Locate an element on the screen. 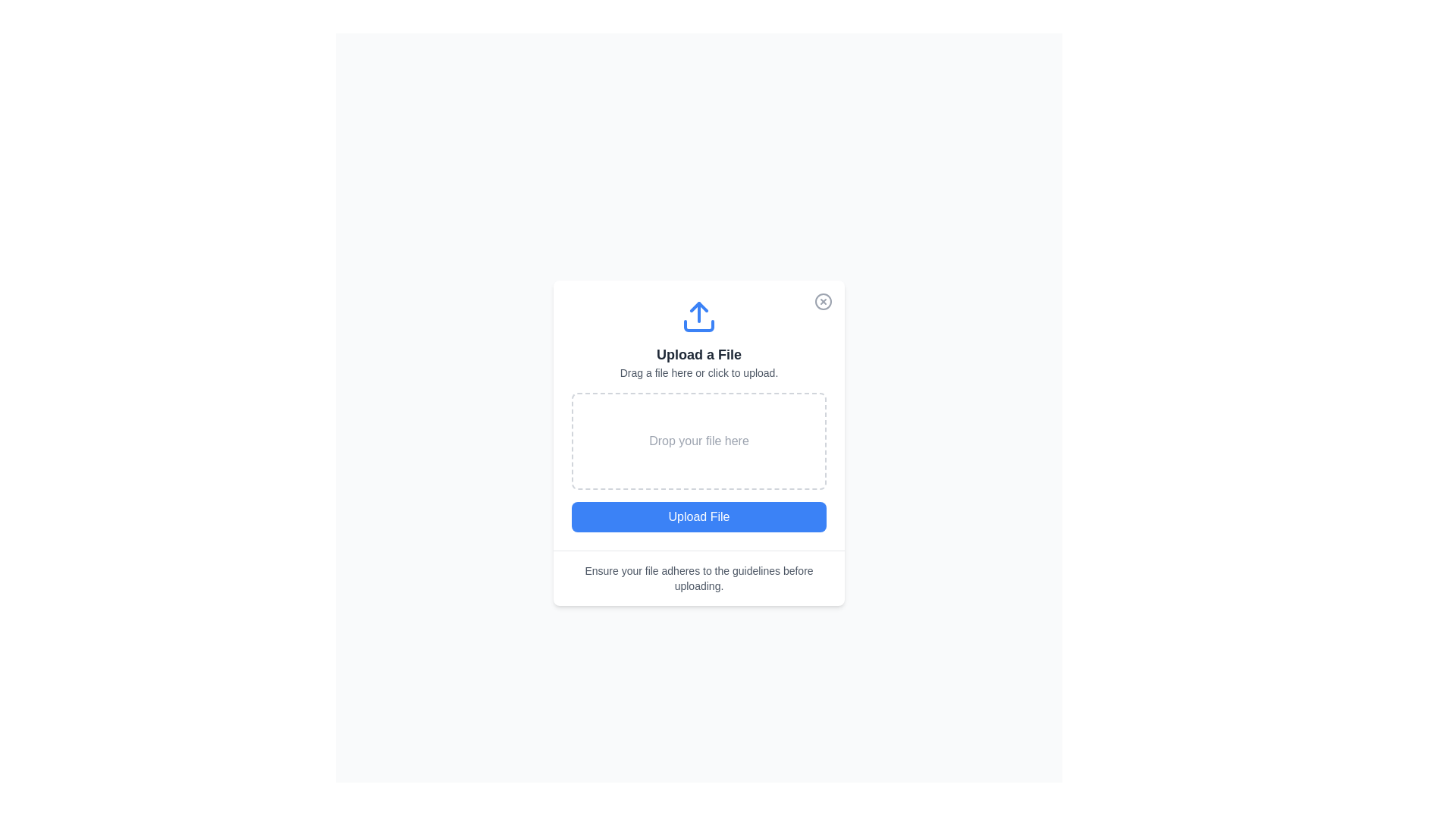  the static text block that provides instructional information to the user before file upload, located beneath the 'Upload File' button in the centered upload card is located at coordinates (698, 578).